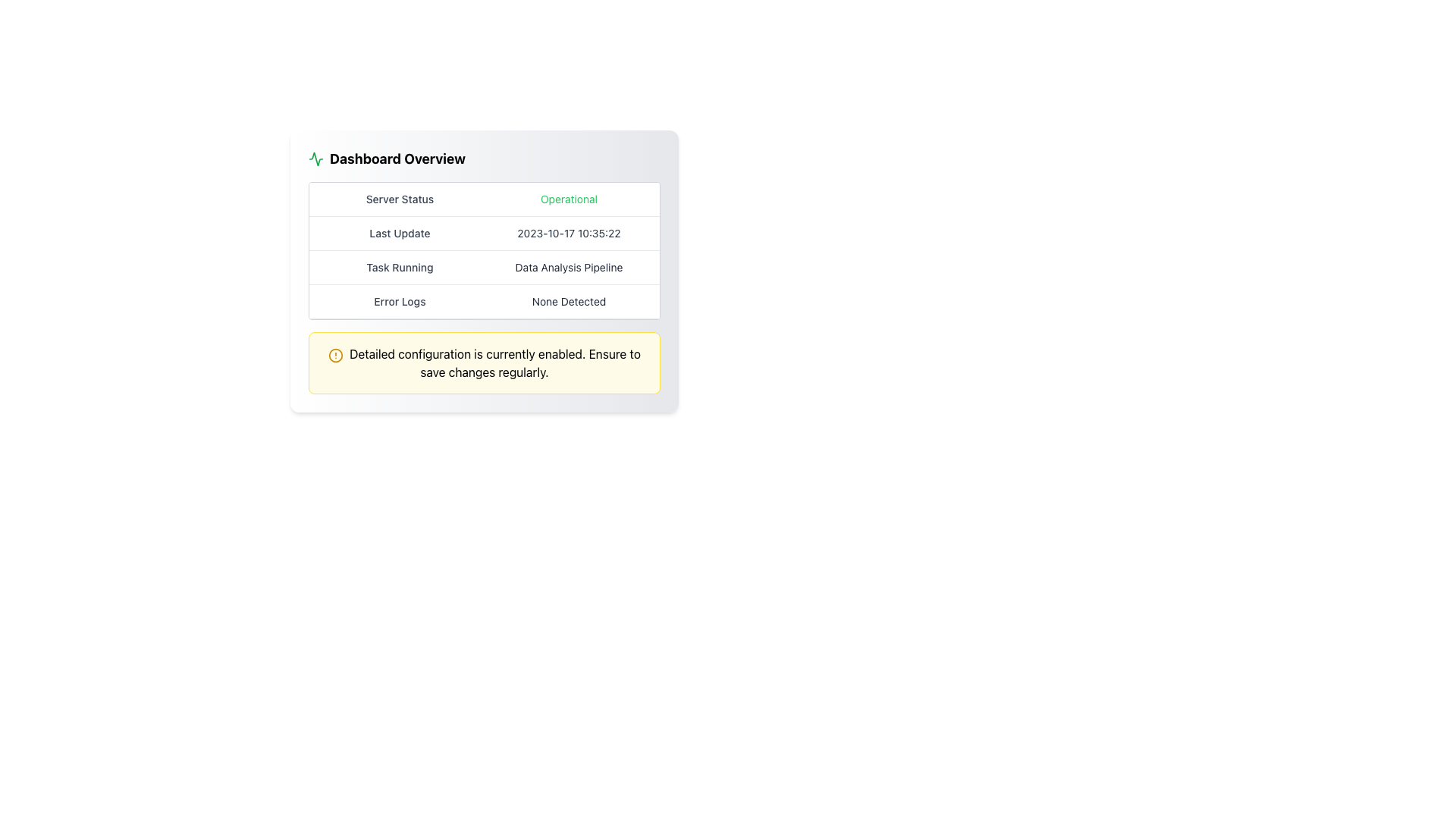  Describe the element at coordinates (568, 267) in the screenshot. I see `the Text Label that indicates 'Task Running', located in the second column of a two-column row under the 'Dashboard Overview' heading` at that location.